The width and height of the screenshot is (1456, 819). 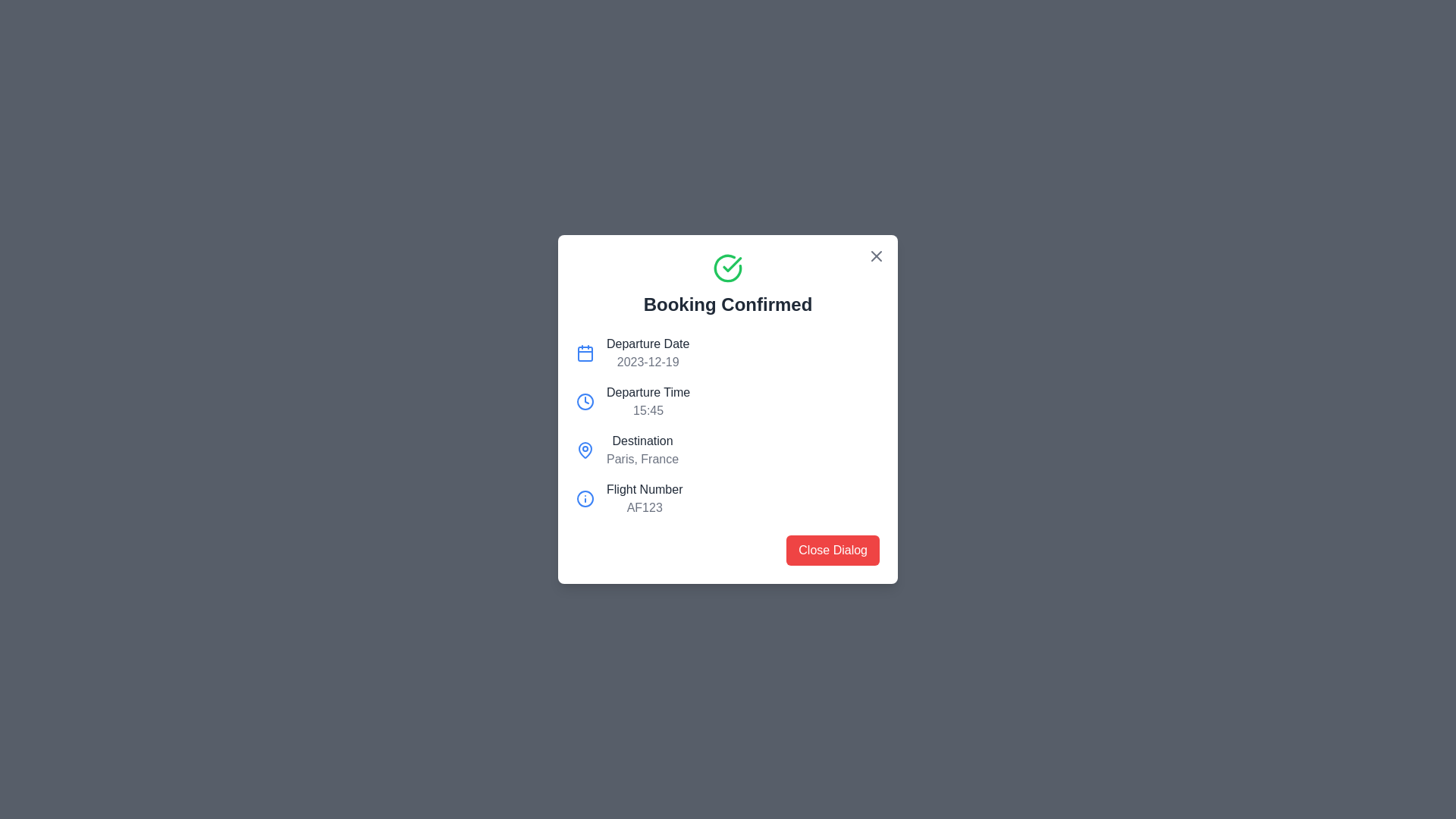 What do you see at coordinates (585, 450) in the screenshot?
I see `the destination icon located in the booking confirmation dialog, adjacent to the 'Destination' label` at bounding box center [585, 450].